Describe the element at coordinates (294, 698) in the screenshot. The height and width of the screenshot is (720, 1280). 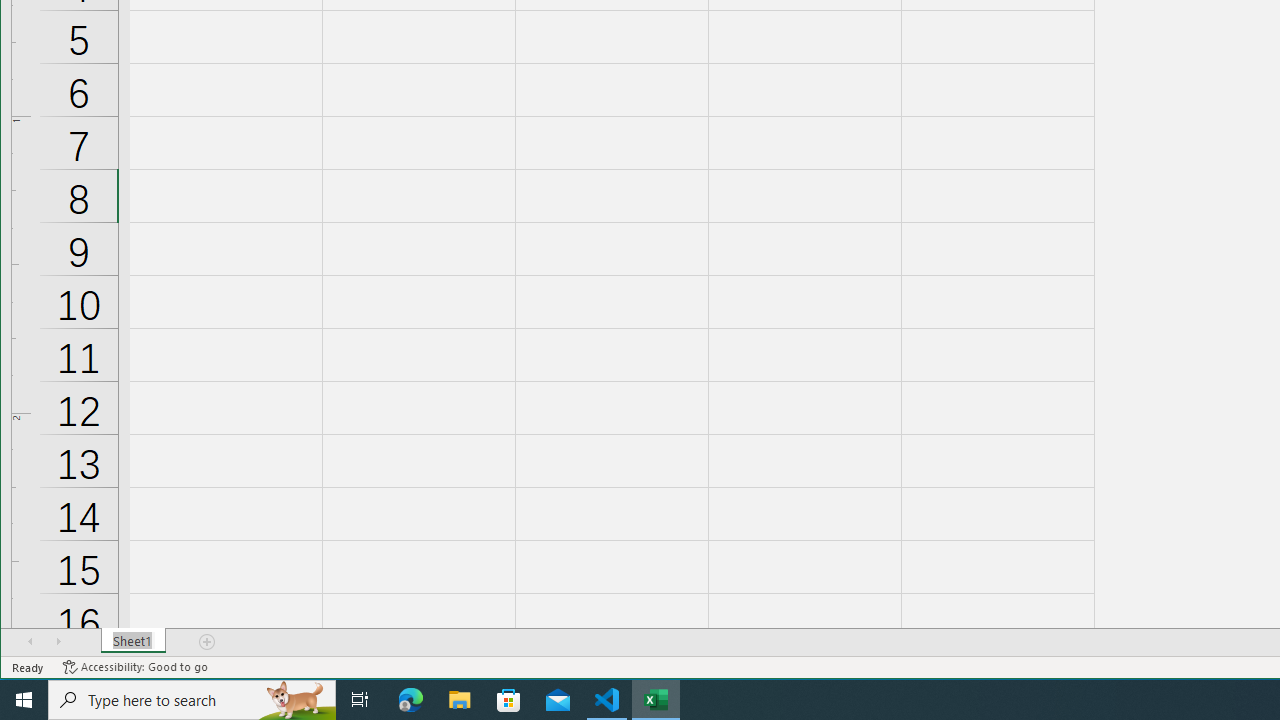
I see `'Search highlights icon opens search home window'` at that location.